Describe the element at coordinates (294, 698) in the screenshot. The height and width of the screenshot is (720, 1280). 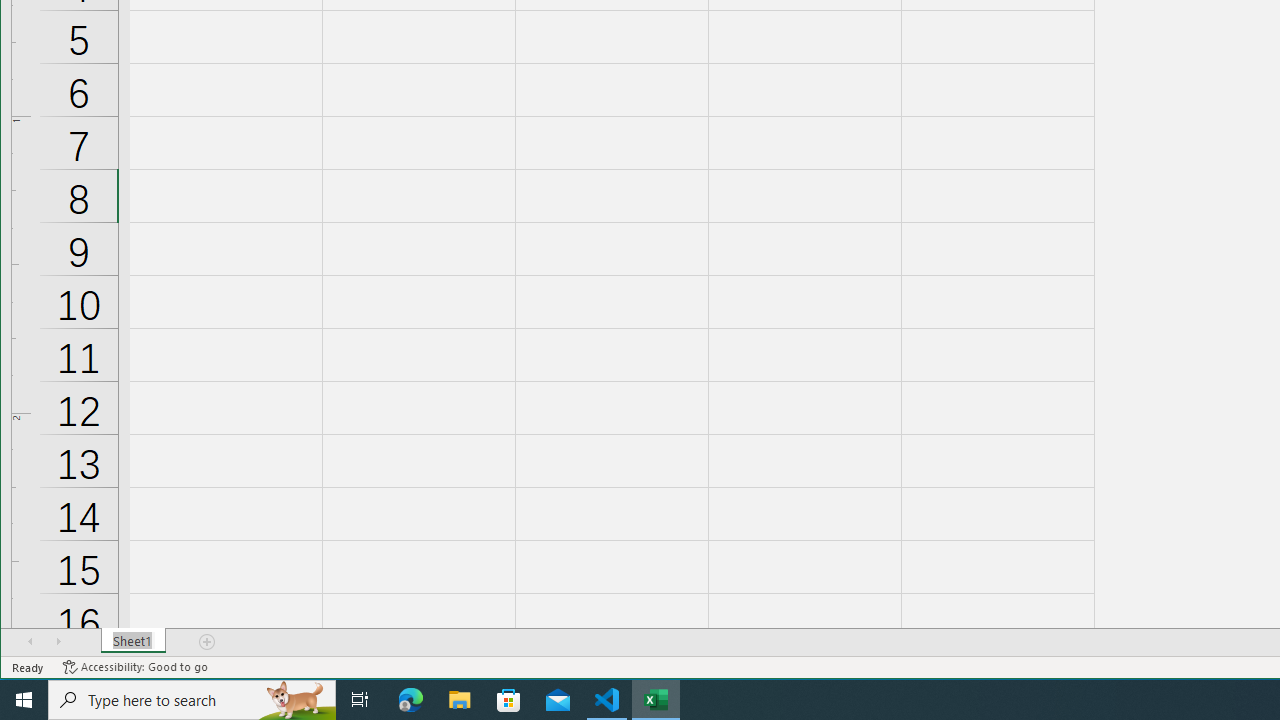
I see `'Search highlights icon opens search home window'` at that location.